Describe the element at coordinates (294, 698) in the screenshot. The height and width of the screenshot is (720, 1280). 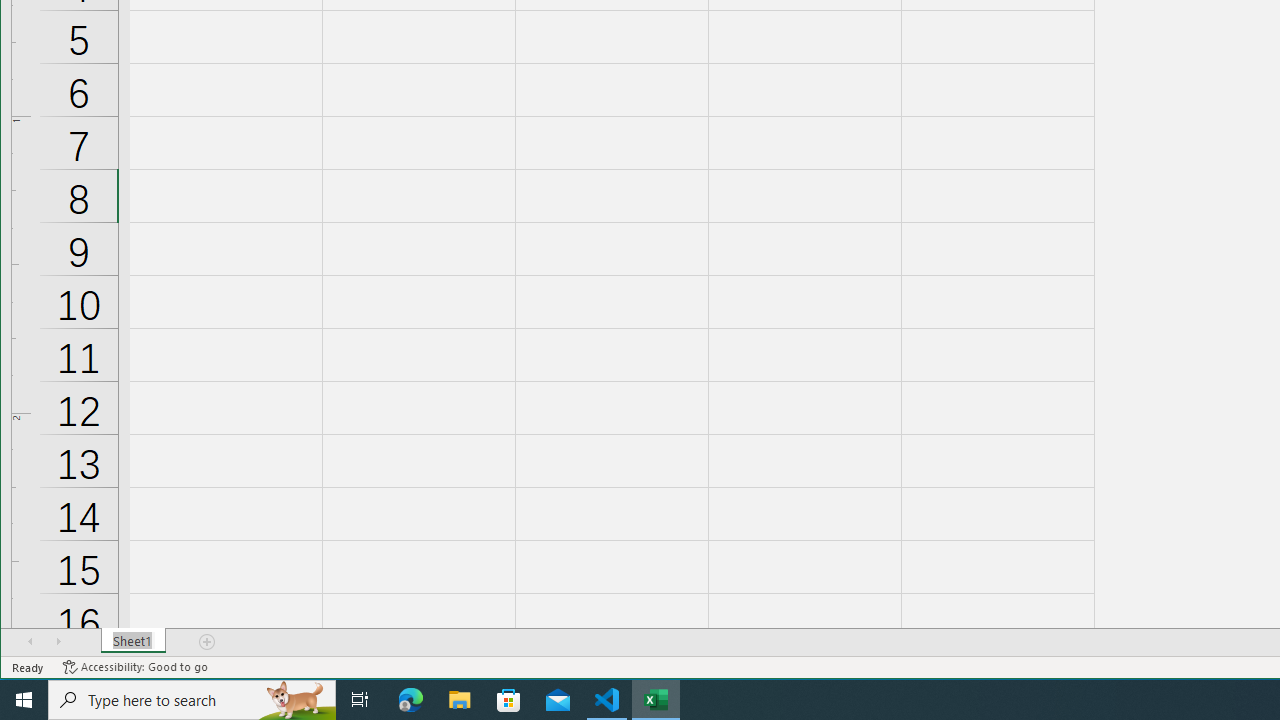
I see `'Search highlights icon opens search home window'` at that location.